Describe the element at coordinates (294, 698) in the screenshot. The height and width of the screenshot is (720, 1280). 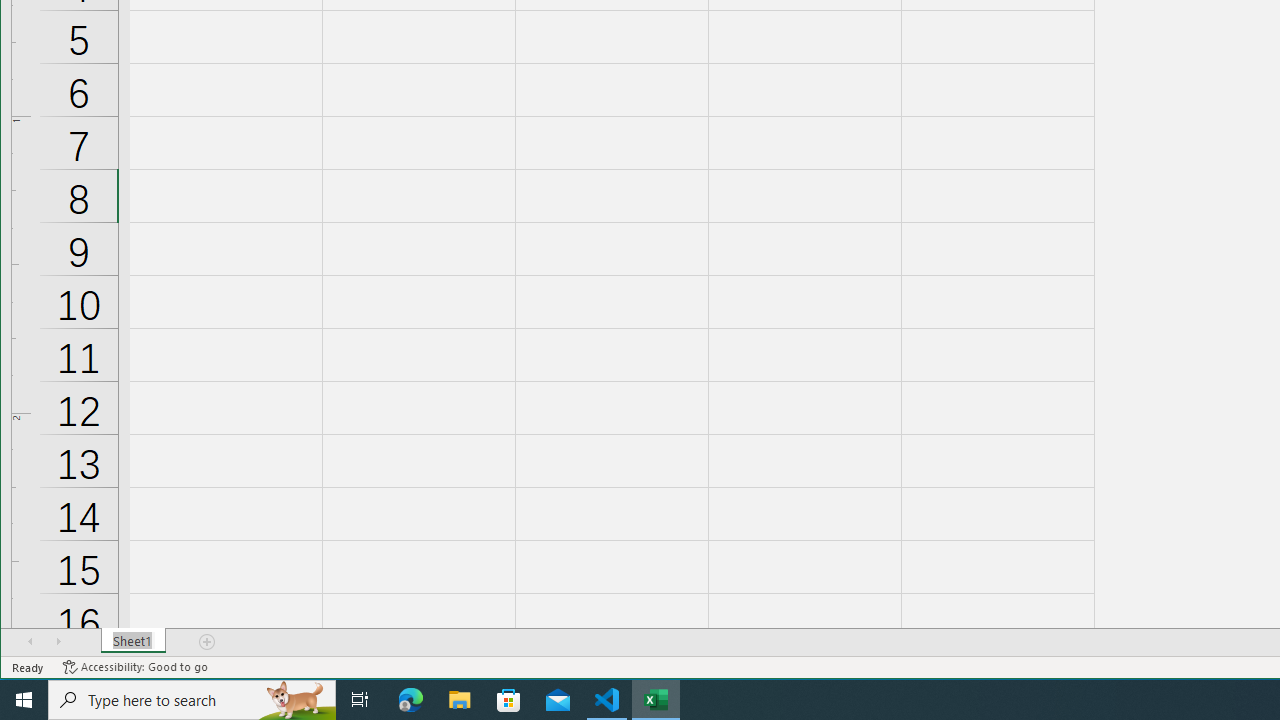
I see `'Search highlights icon opens search home window'` at that location.